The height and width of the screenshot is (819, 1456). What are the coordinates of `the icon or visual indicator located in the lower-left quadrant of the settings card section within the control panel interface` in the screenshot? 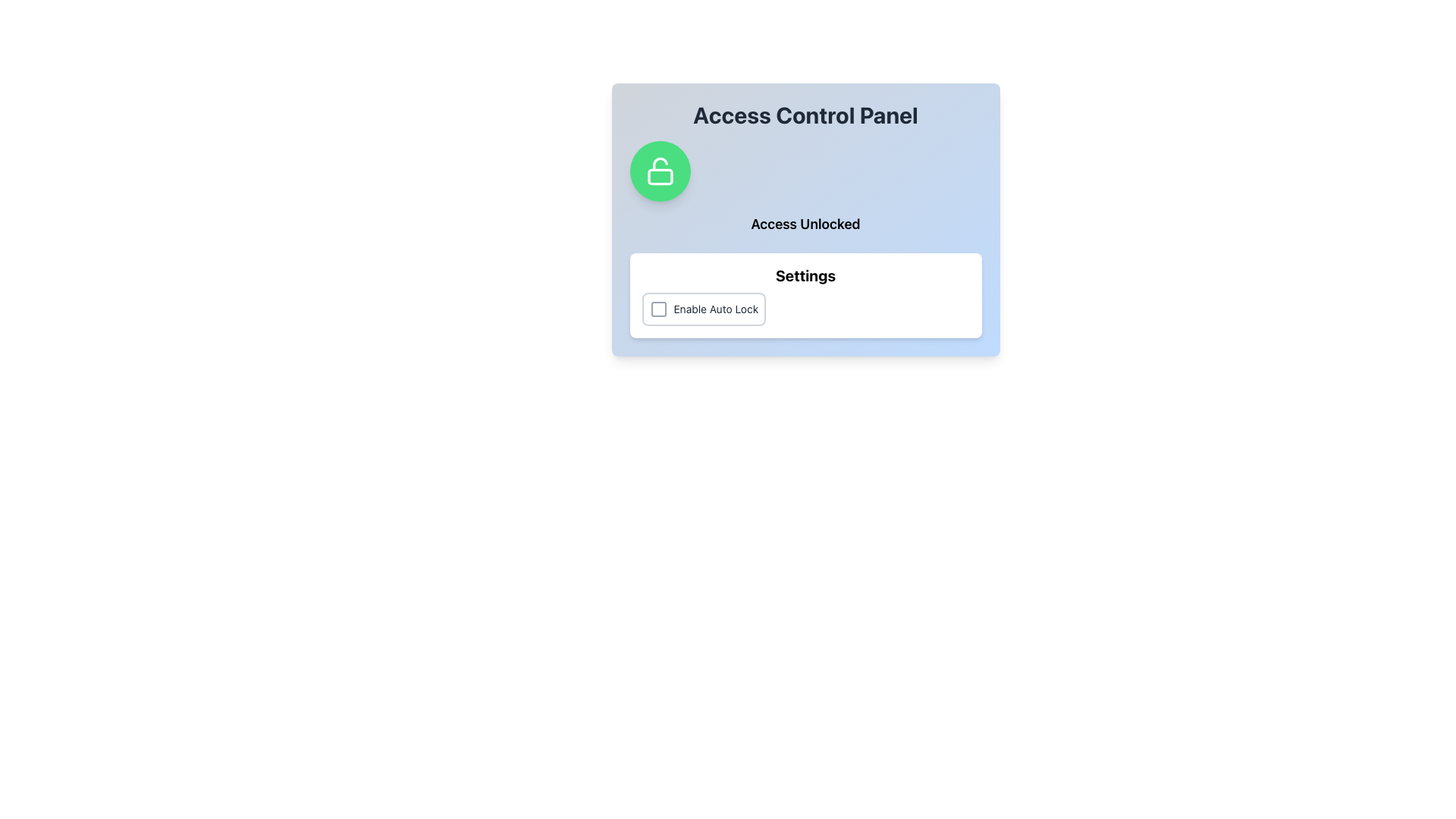 It's located at (658, 309).